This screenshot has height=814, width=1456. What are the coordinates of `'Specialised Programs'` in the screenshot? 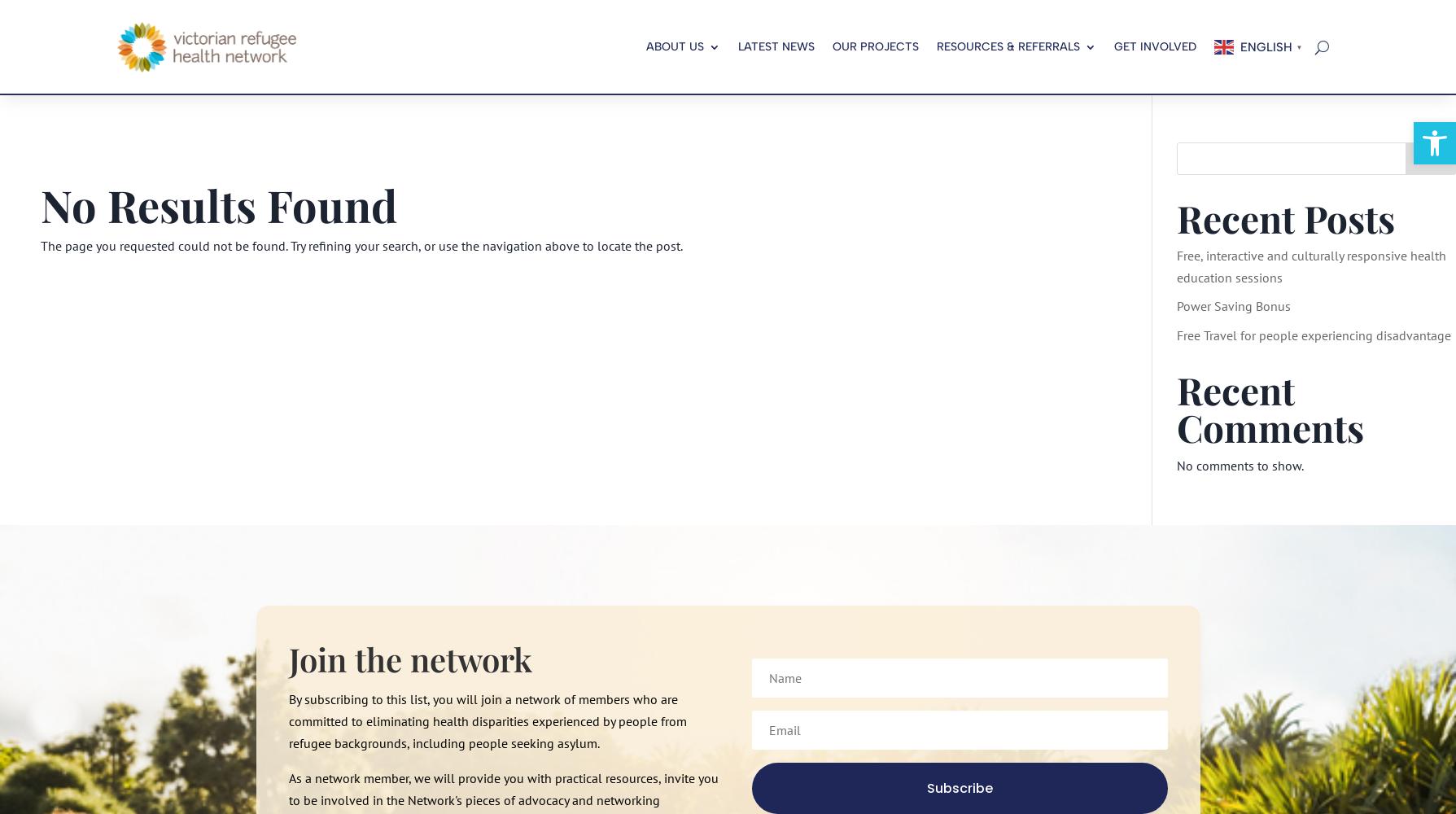 It's located at (618, 112).